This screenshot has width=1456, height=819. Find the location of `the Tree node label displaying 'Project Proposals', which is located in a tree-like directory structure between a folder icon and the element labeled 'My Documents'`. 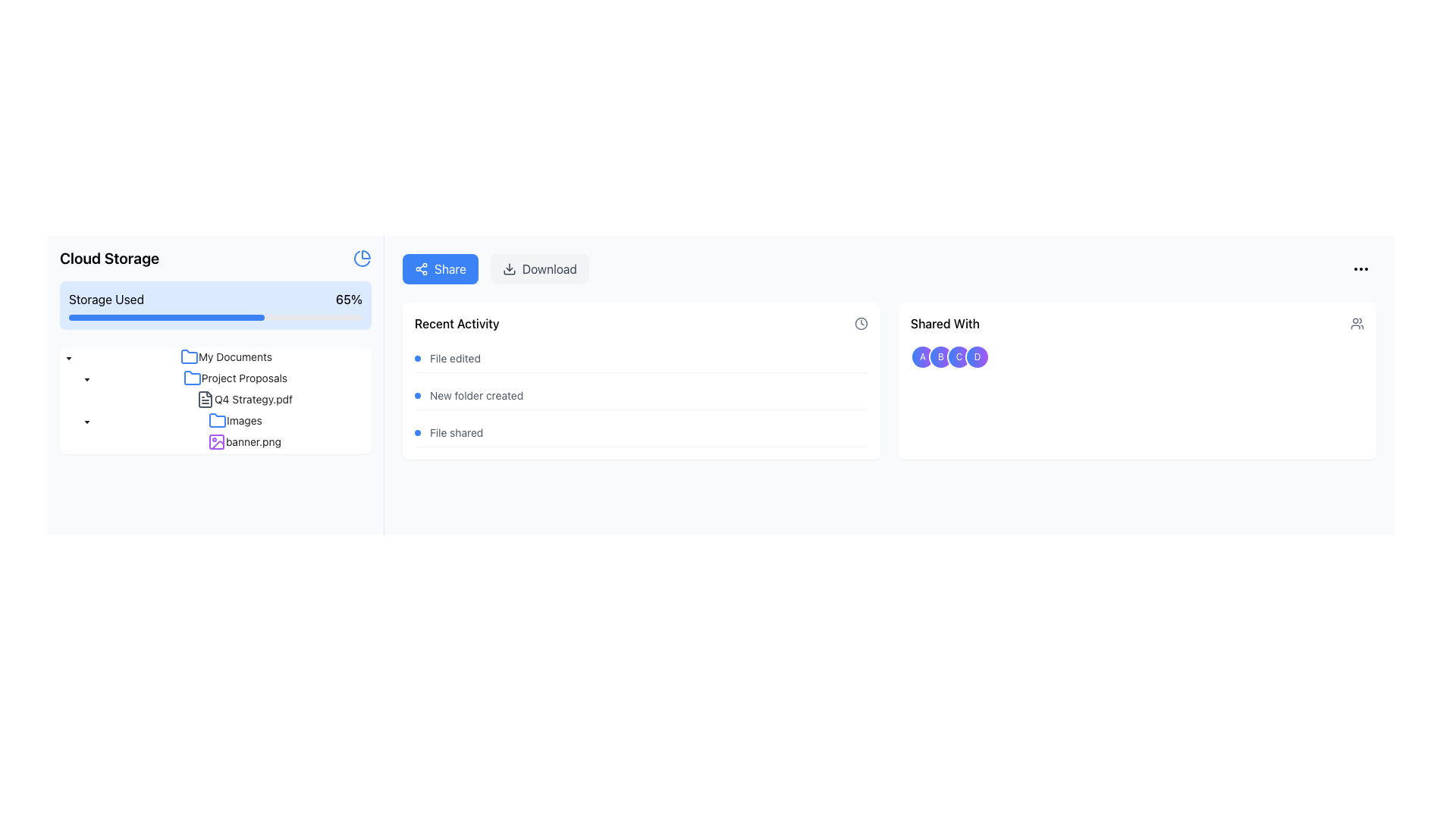

the Tree node label displaying 'Project Proposals', which is located in a tree-like directory structure between a folder icon and the element labeled 'My Documents' is located at coordinates (244, 377).